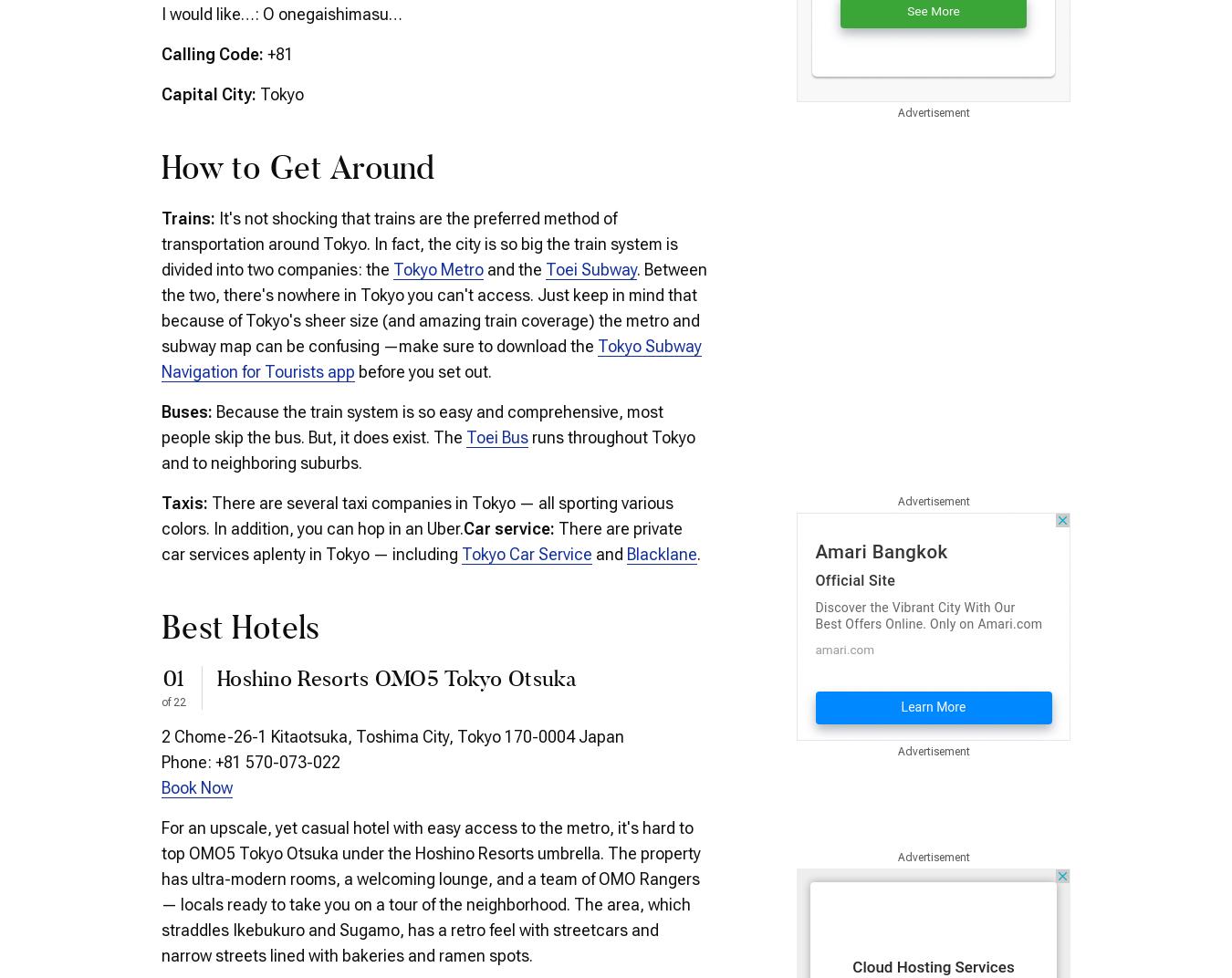 The image size is (1232, 978). Describe the element at coordinates (161, 890) in the screenshot. I see `'For an upscale, yet casual hotel with easy access to the metro, it's hard to top OMO5 Tokyo Otsuka under the Hoshino Resorts umbrella. The property has ultra-modern rooms, a welcoming lounge, and a team of OMO Rangers — locals ready to take you on a tour of the neighborhood. The area, which straddles Ikebukuro and Sugamo, has a retro feel with streetcars and narrow streets lined with bakeries and ramen spots.'` at that location.